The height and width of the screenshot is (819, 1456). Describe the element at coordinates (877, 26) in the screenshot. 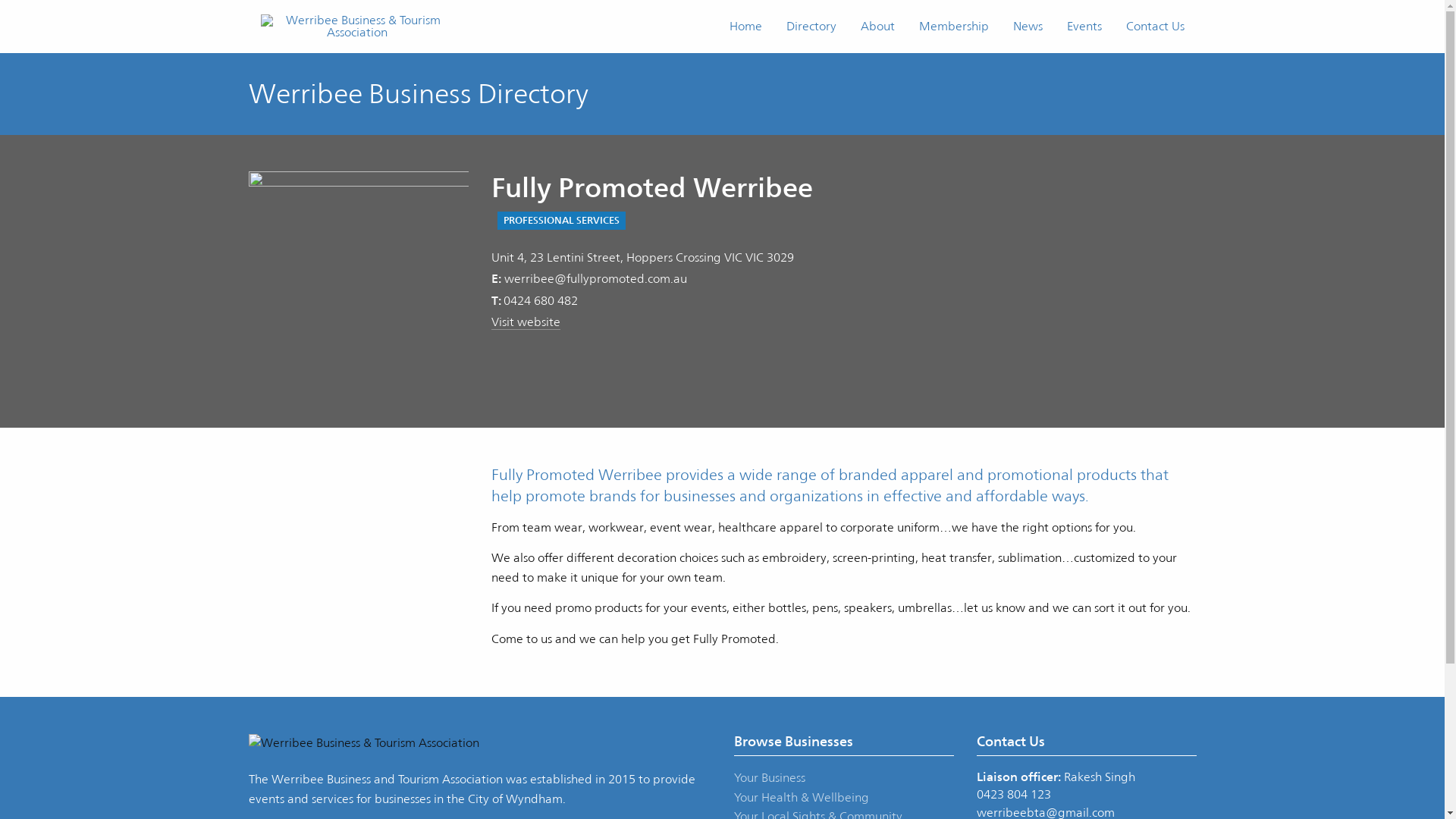

I see `'About'` at that location.